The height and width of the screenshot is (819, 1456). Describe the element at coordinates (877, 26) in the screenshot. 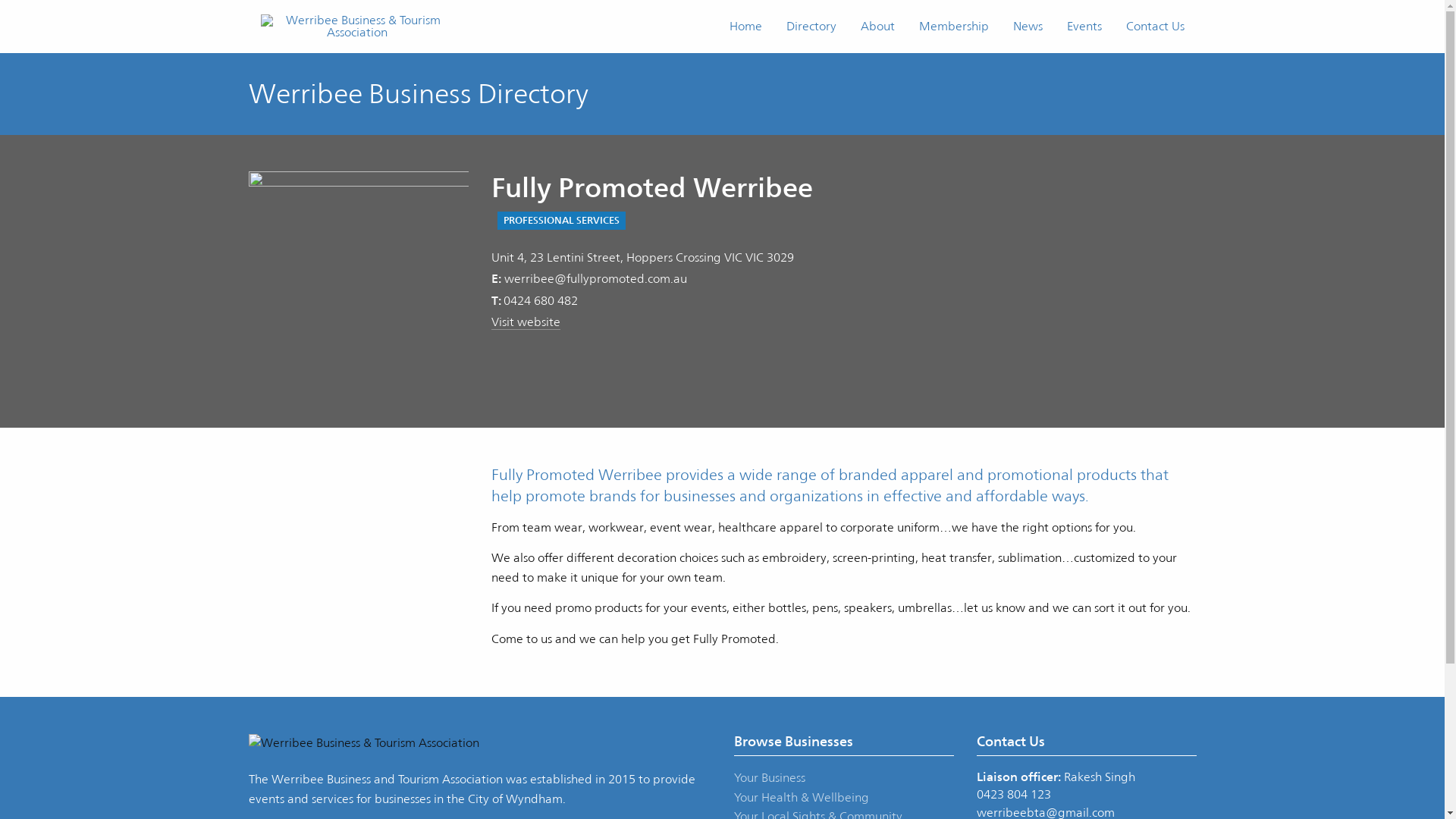

I see `'About'` at that location.